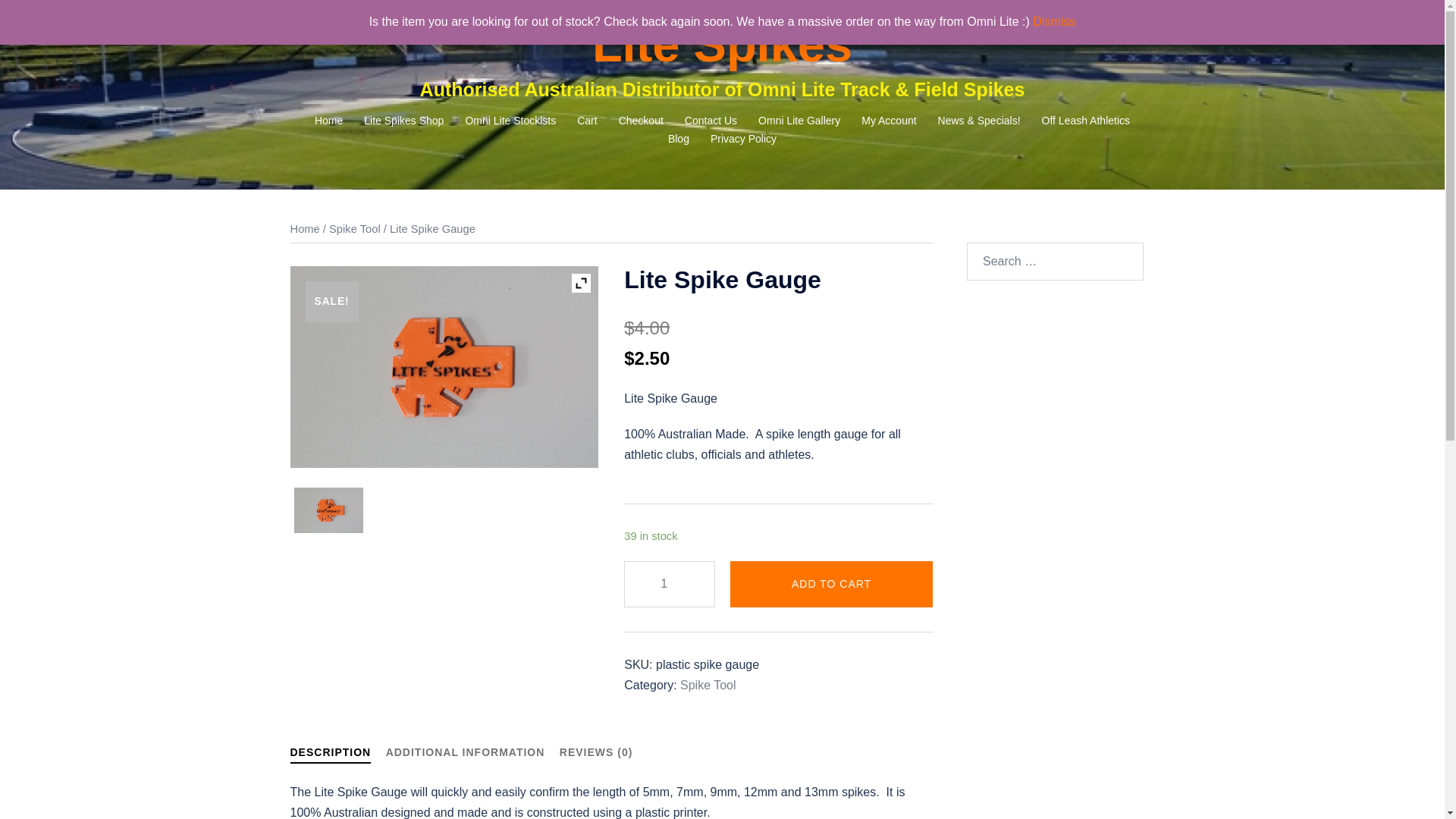  Describe the element at coordinates (888, 120) in the screenshot. I see `'My Account'` at that location.